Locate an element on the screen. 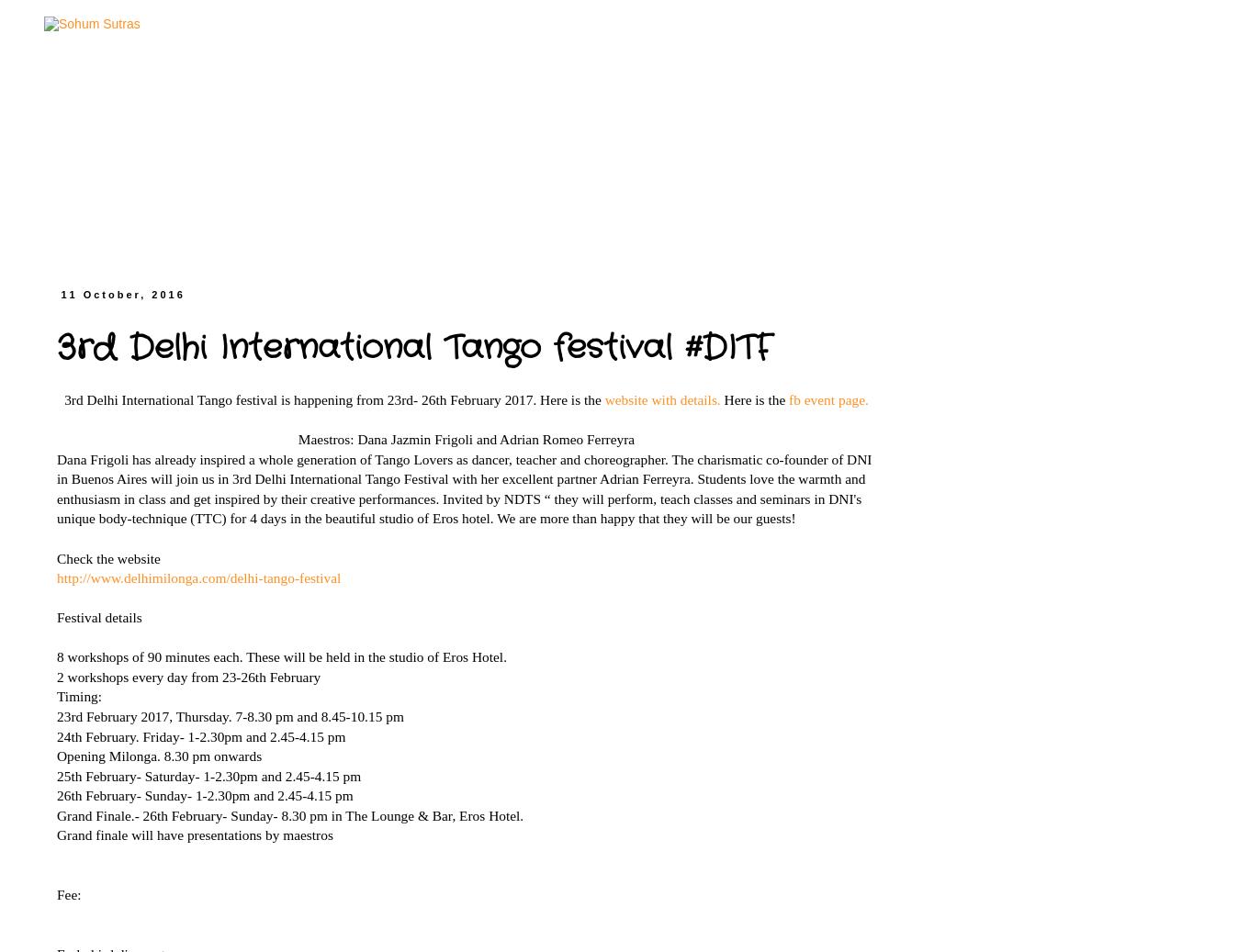  'Dana Frigoli has already inspired a whole generation of Tango Lovers as dancer, teacher and choreographer. The charismatic co-founder of DNI in Buenos Aires will join us in 3rd Delhi International Tango Festival with her excellent partner Adrian Ferreyra. Students love the warmth and enthusiasm in class and get inspired by their creative performances. Invited by NDTS “ they will perform, teach classes and seminars in DNI's unique body-technique (TTC) for 4 days in the beautiful studio of Eros hotel. We are more than happy that they will be our guests!' is located at coordinates (56, 487).